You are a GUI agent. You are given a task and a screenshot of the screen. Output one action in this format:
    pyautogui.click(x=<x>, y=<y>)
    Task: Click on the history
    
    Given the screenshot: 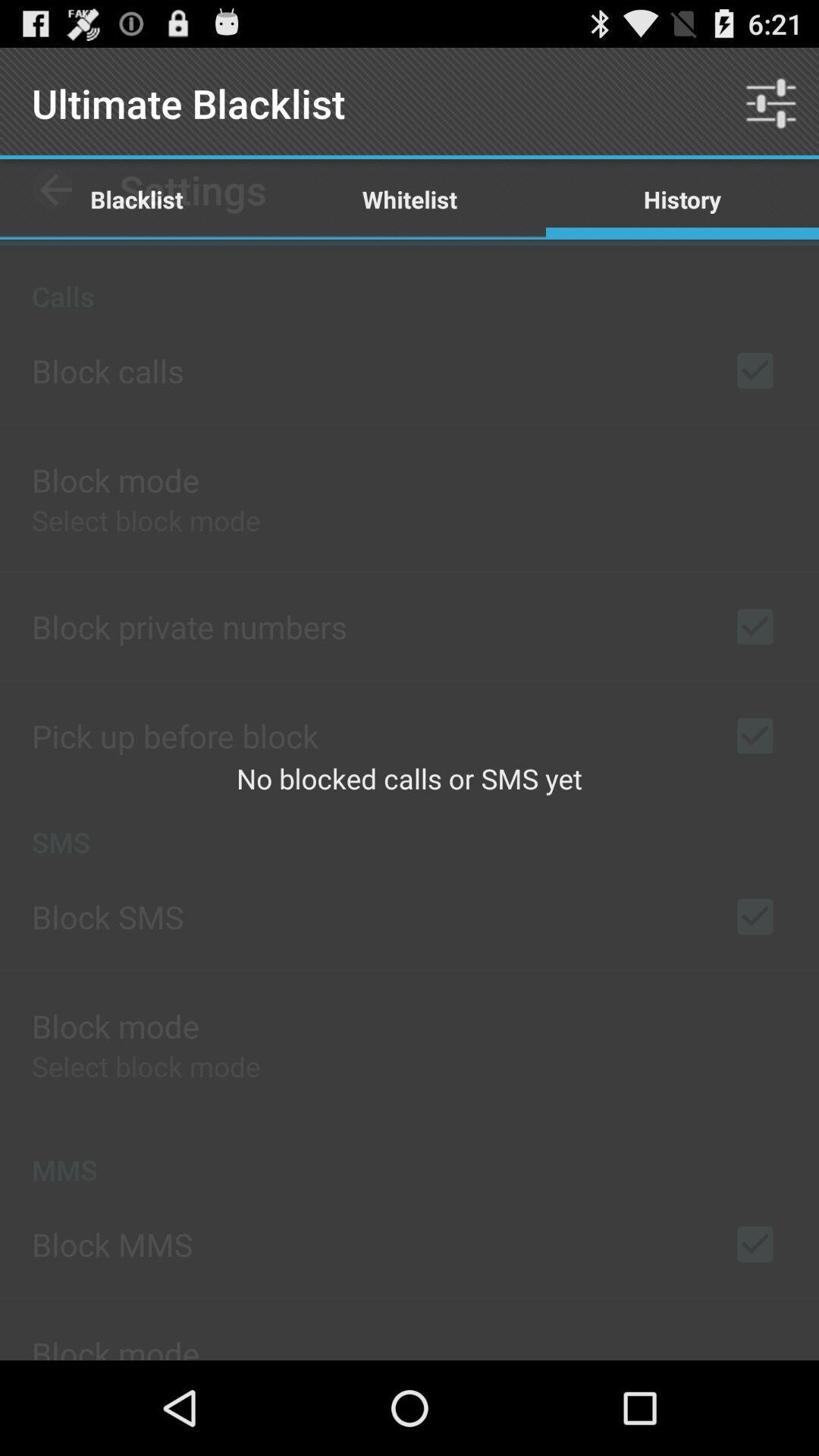 What is the action you would take?
    pyautogui.click(x=681, y=198)
    